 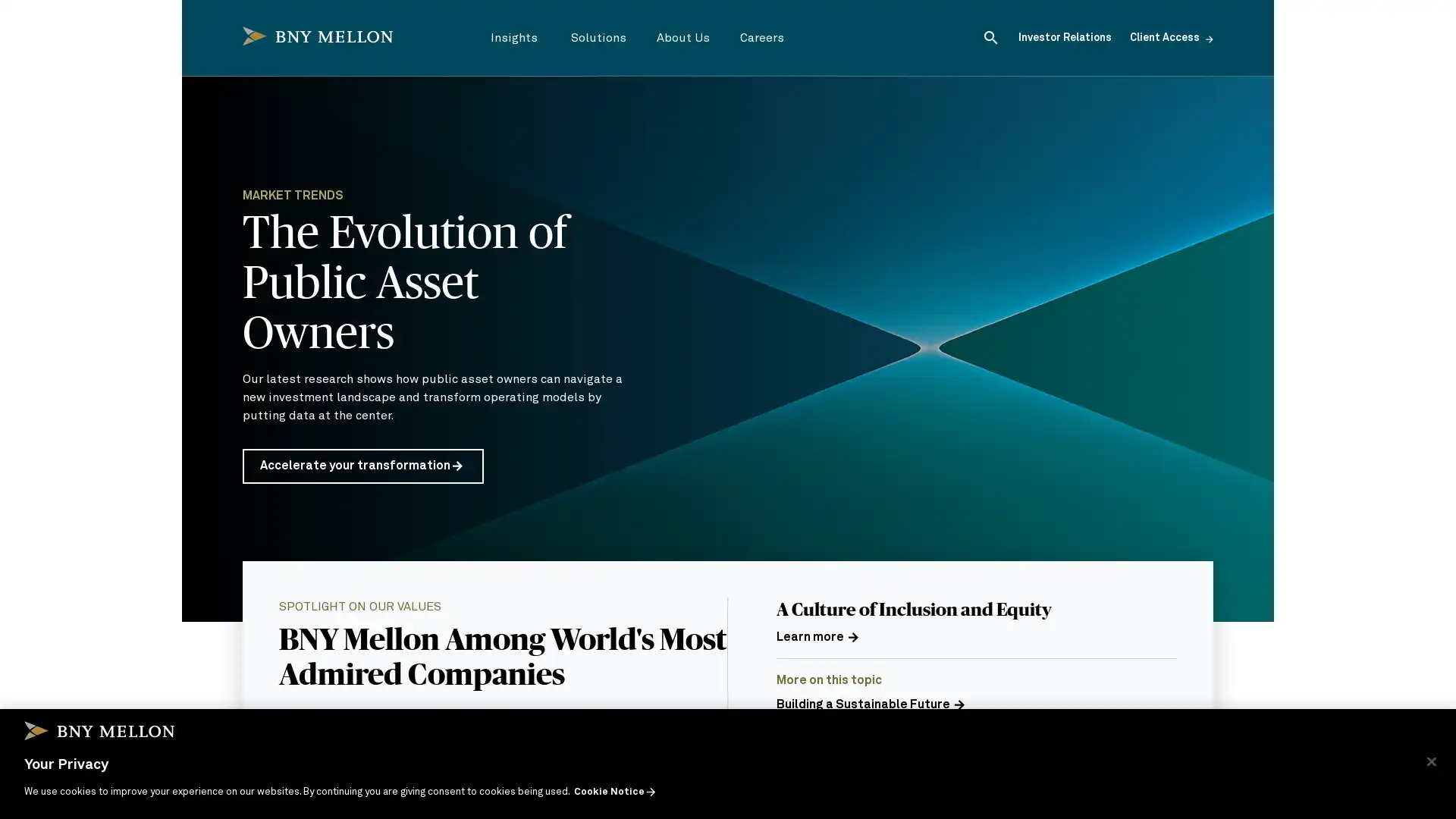 What do you see at coordinates (990, 36) in the screenshot?
I see `Search` at bounding box center [990, 36].